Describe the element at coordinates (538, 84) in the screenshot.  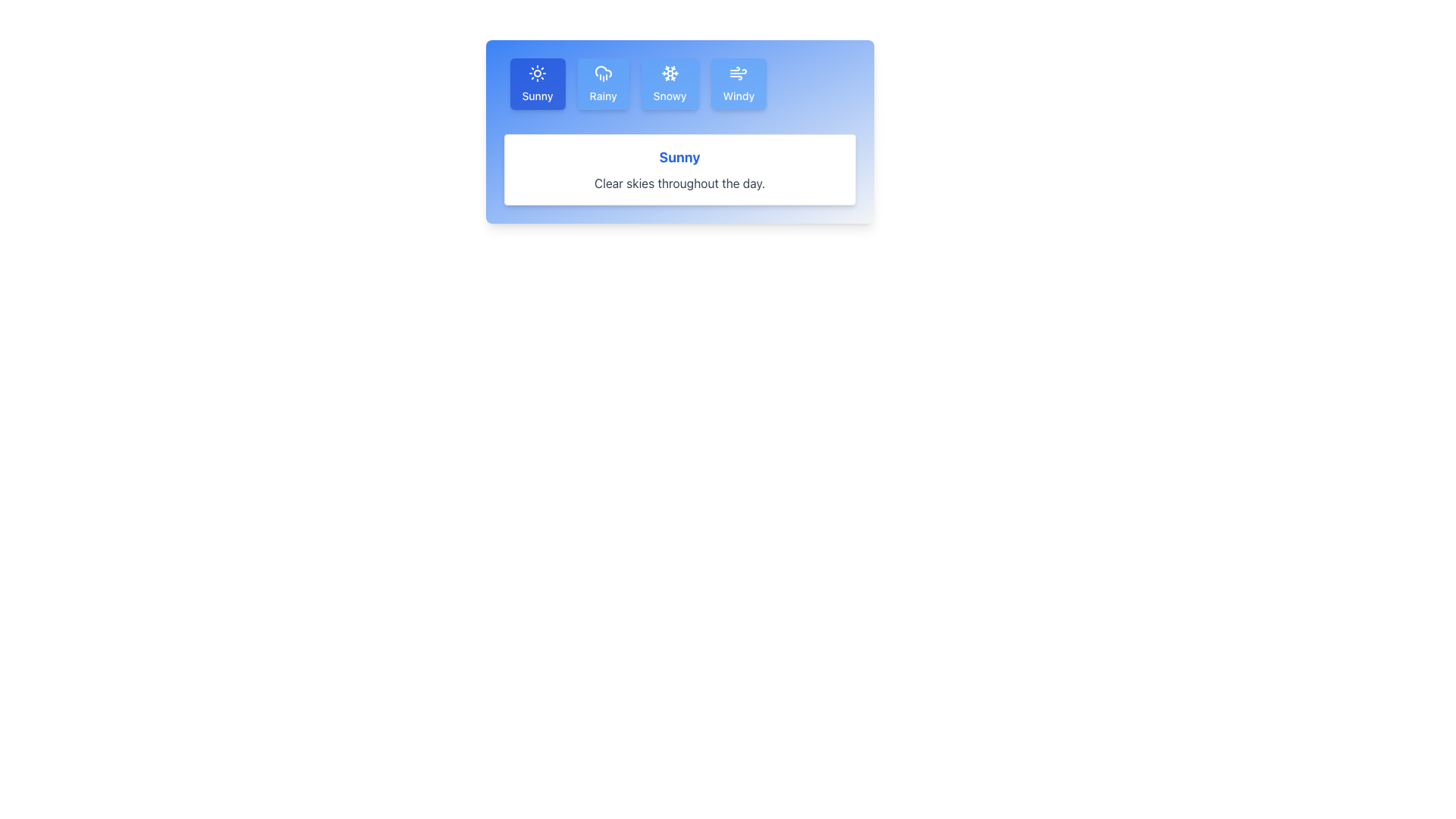
I see `the first button on the far-left side of the weather selection group` at that location.